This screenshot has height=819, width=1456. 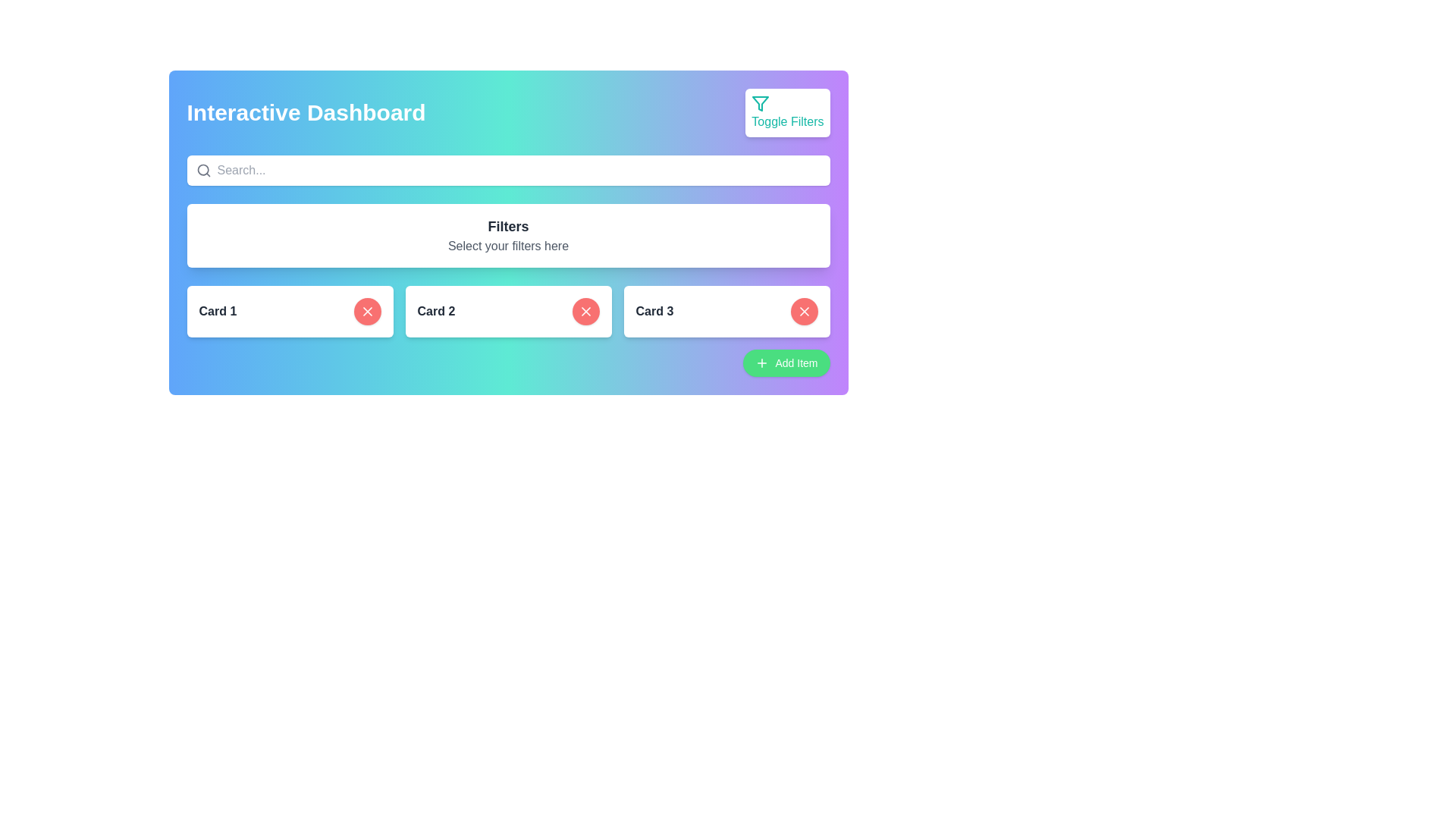 I want to click on the Heading label that identifies the interface as 'Interactive Dashboard' located at the top-left of the header section, so click(x=305, y=112).